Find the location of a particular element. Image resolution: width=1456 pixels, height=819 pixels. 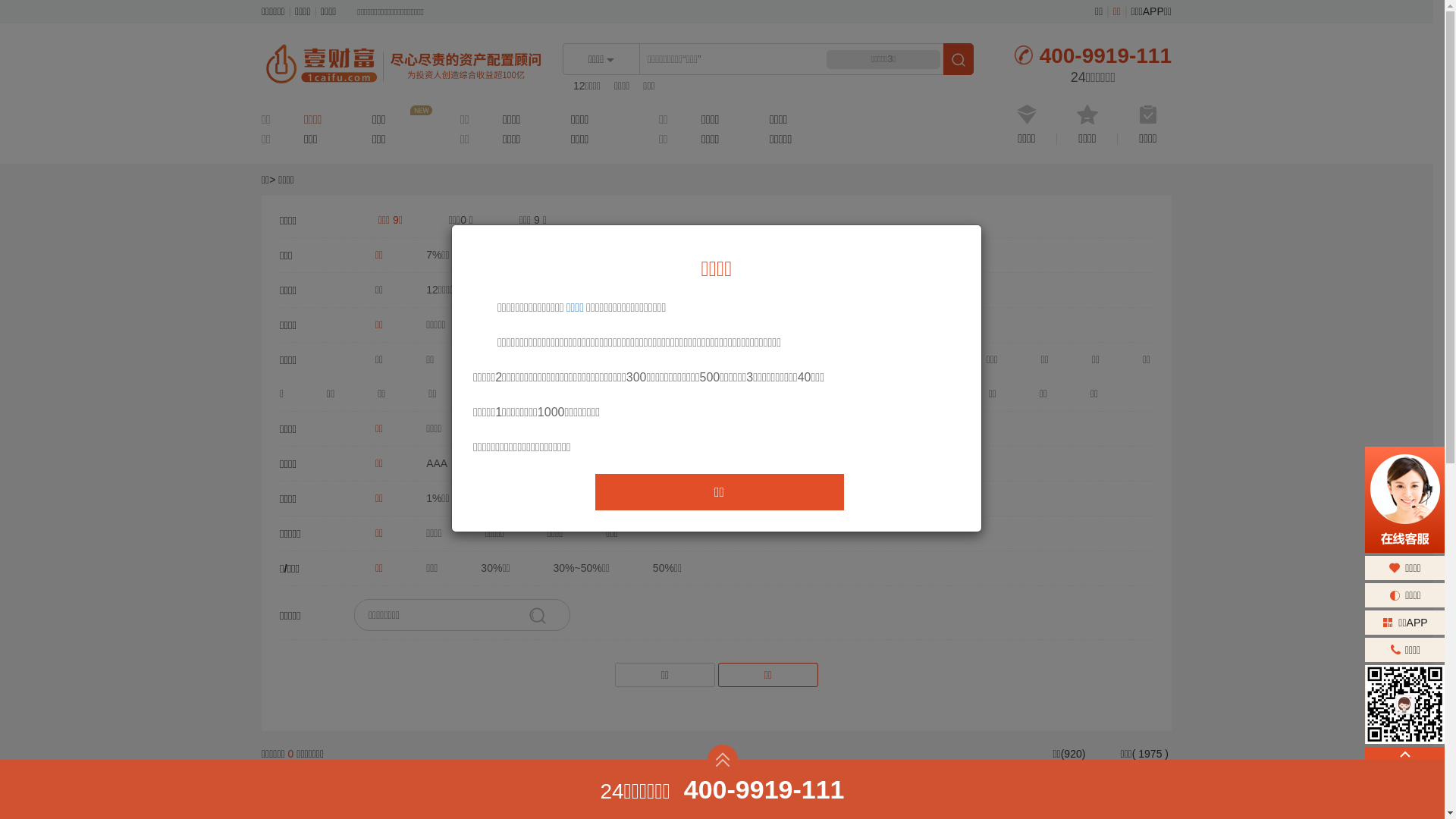

'AAA' is located at coordinates (428, 462).